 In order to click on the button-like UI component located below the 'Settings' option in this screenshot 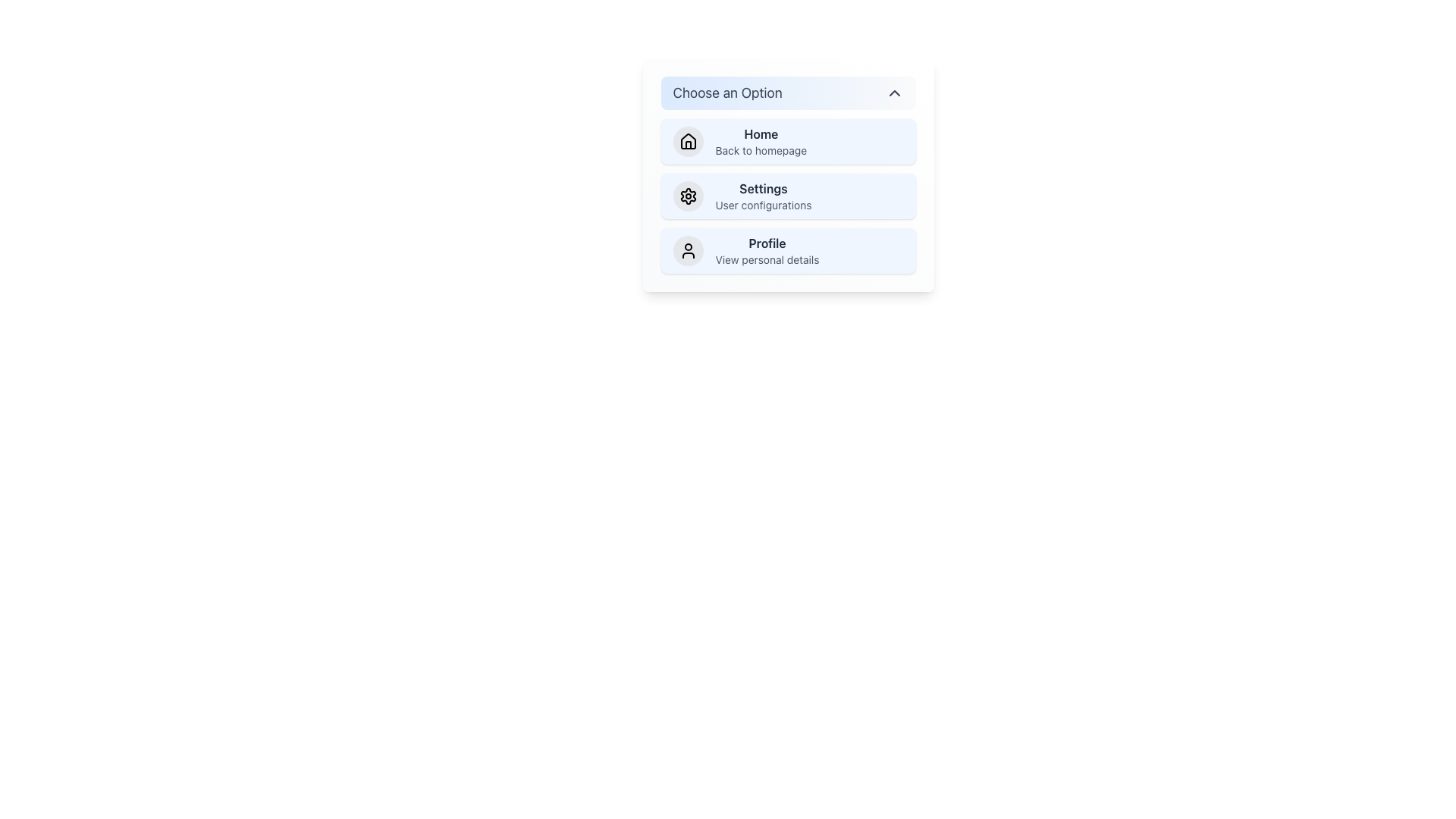, I will do `click(767, 250)`.